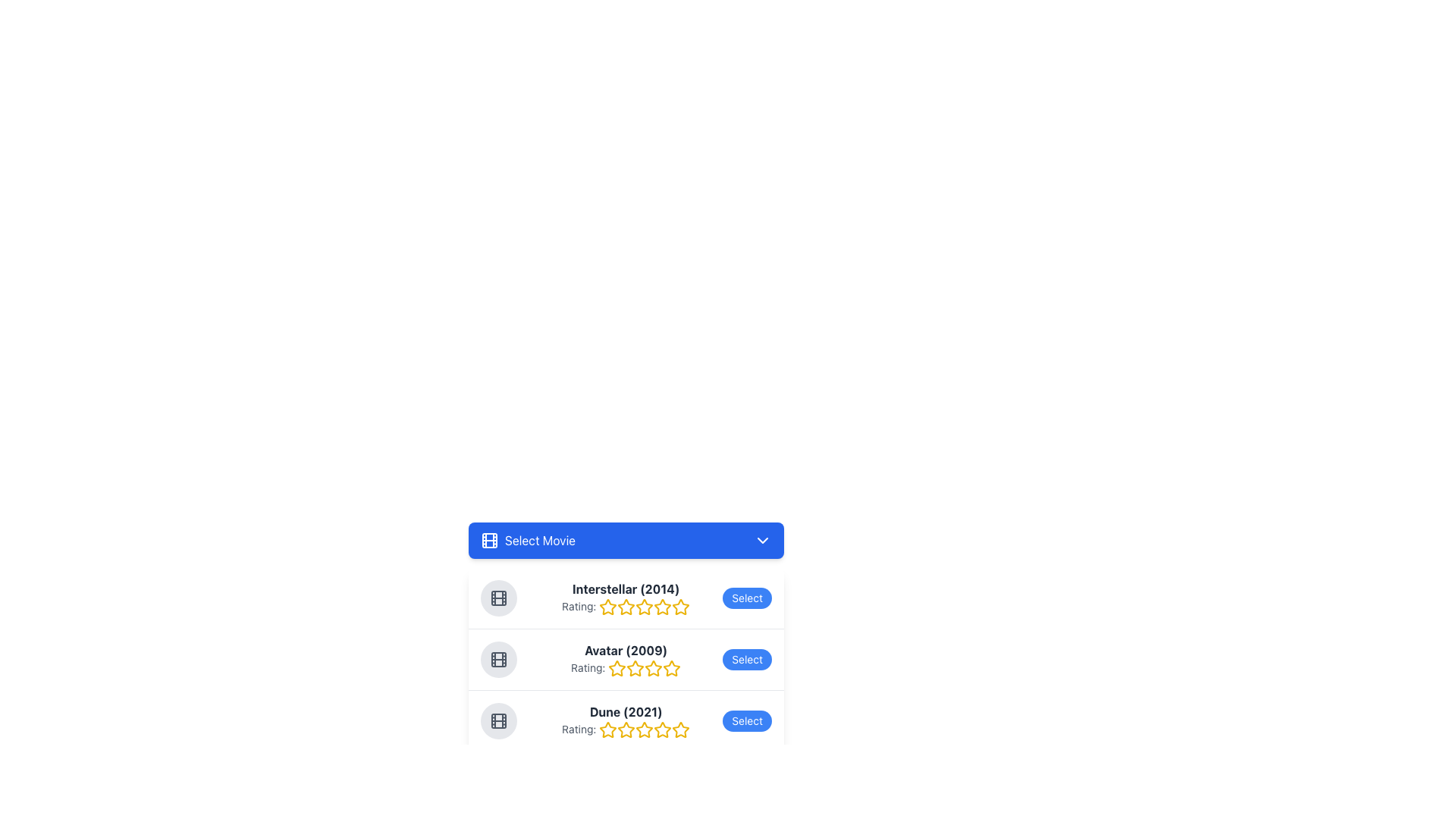 This screenshot has width=1456, height=819. I want to click on the fourth star icon in the rating section for the movie 'Interstellar (2014)', which is styled with a yellow outline, so click(680, 606).